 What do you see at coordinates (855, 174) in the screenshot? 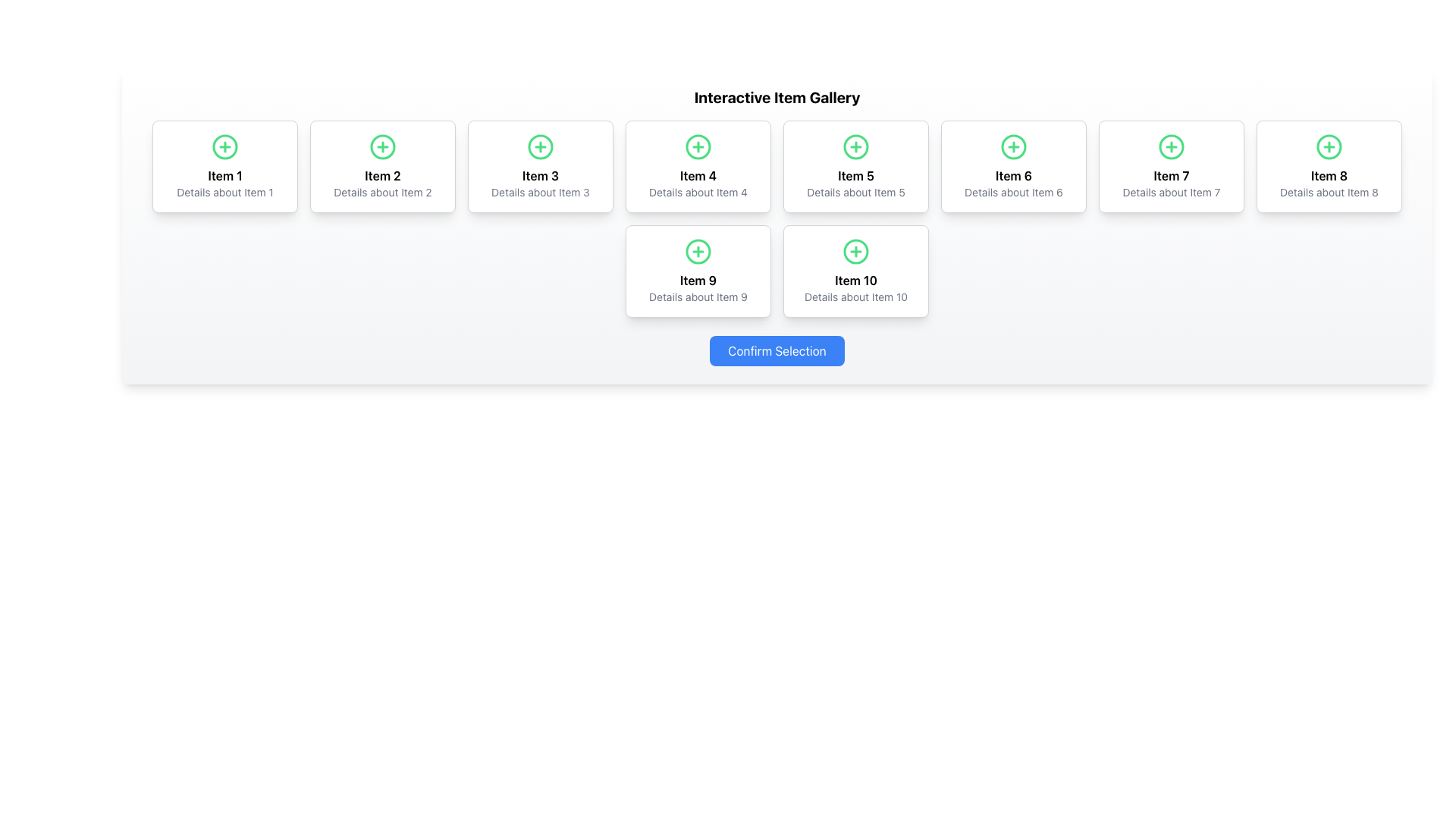
I see `the bold text label reading 'Item 5', which is located in the middle card of the top row in a 5x2 grid, directly below the 'Interactive Item Gallery' heading` at bounding box center [855, 174].